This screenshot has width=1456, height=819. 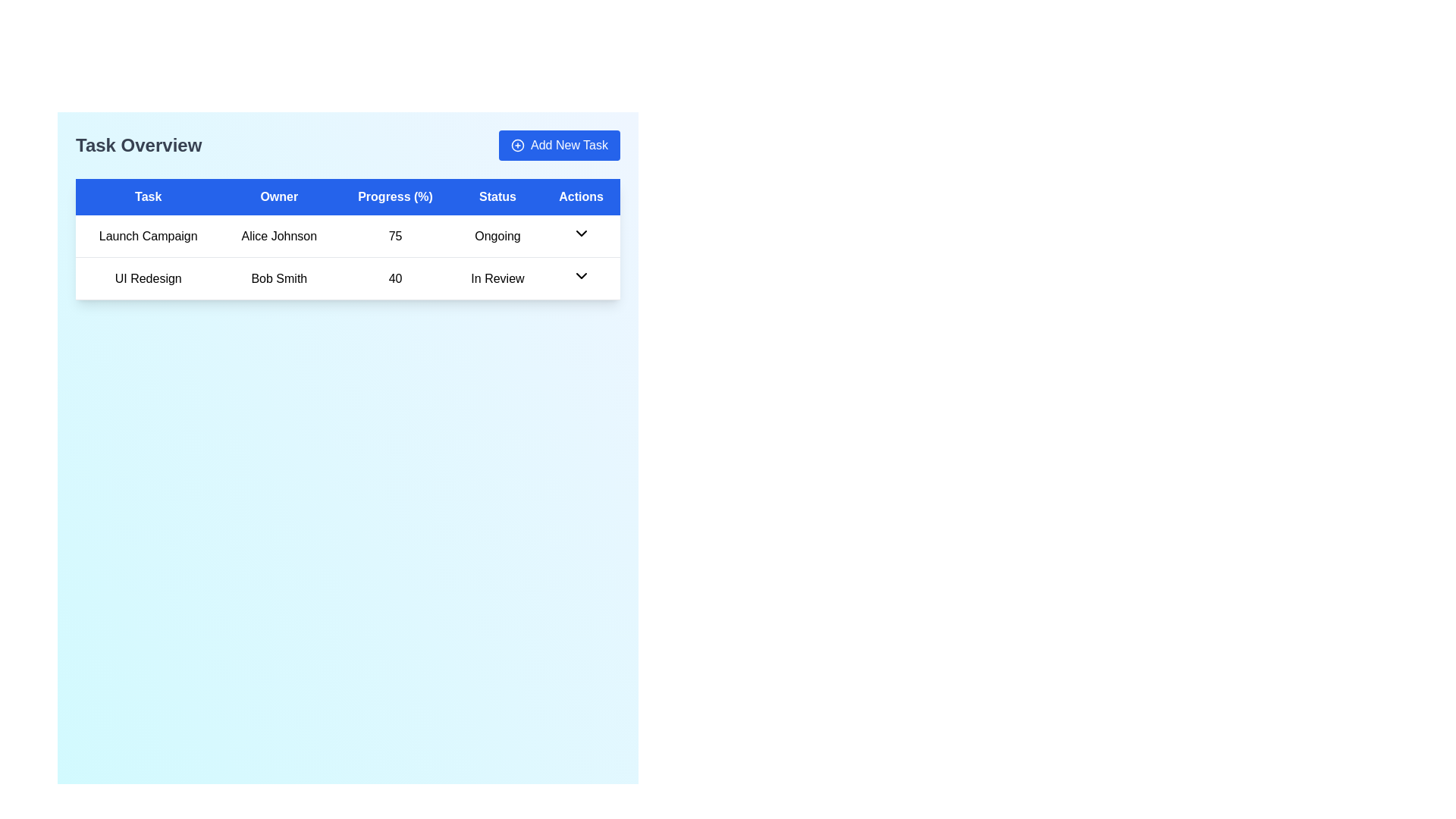 I want to click on the 'Task Overview' text element which serves as a title for the task management section, so click(x=139, y=146).